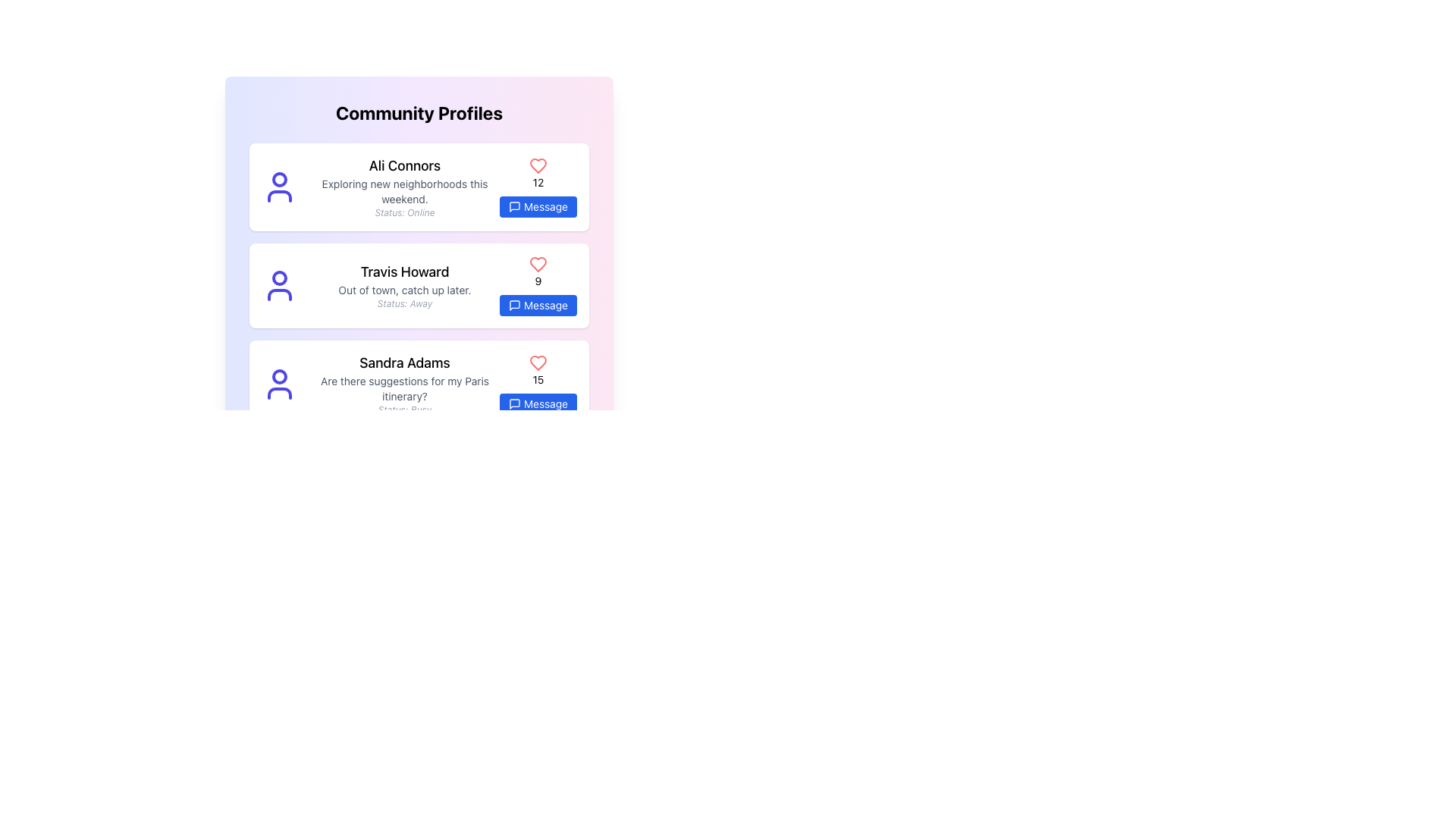 This screenshot has width=1456, height=819. What do you see at coordinates (515, 207) in the screenshot?
I see `the speech bubble icon located within the blue 'Message' button under the profile card of 'Ali Connors'` at bounding box center [515, 207].